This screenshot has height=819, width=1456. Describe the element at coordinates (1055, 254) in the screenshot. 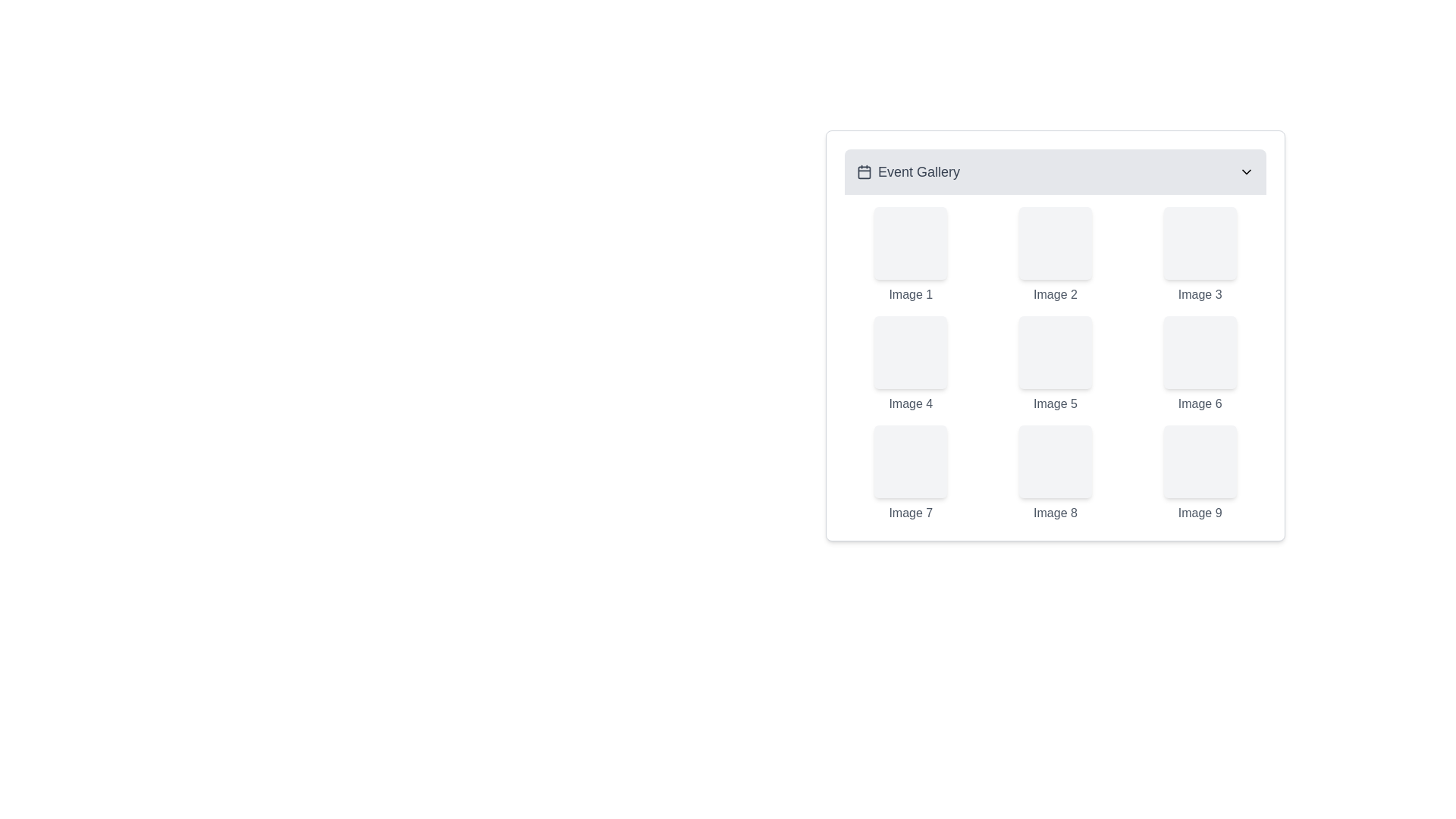

I see `the Gallery item in the grid layout, positioned below 'Event Gallery' and between 'Image 1' and 'Image 3'` at that location.